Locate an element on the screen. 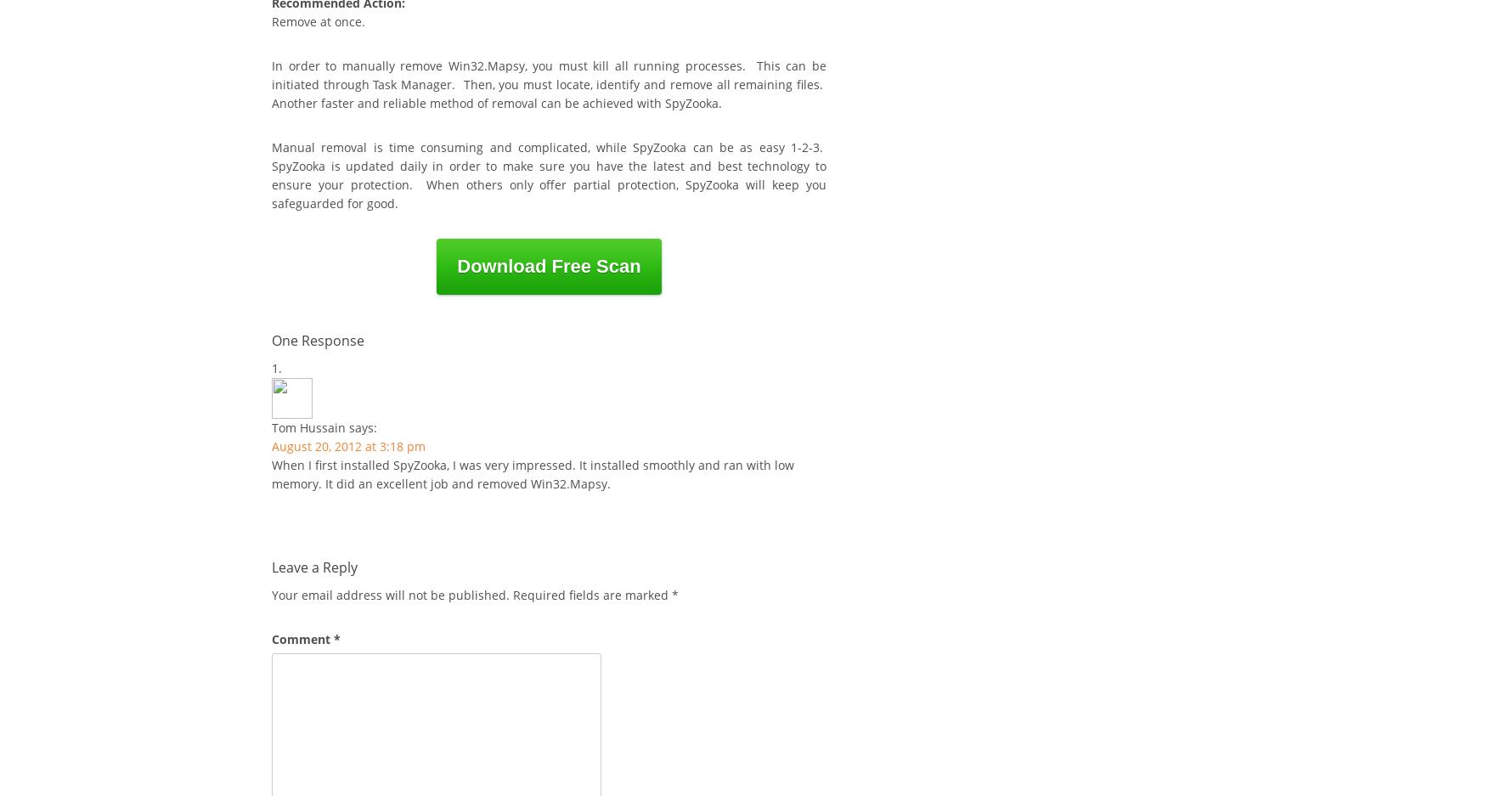 This screenshot has height=796, width=1512. 'Download Free Scan' is located at coordinates (548, 265).